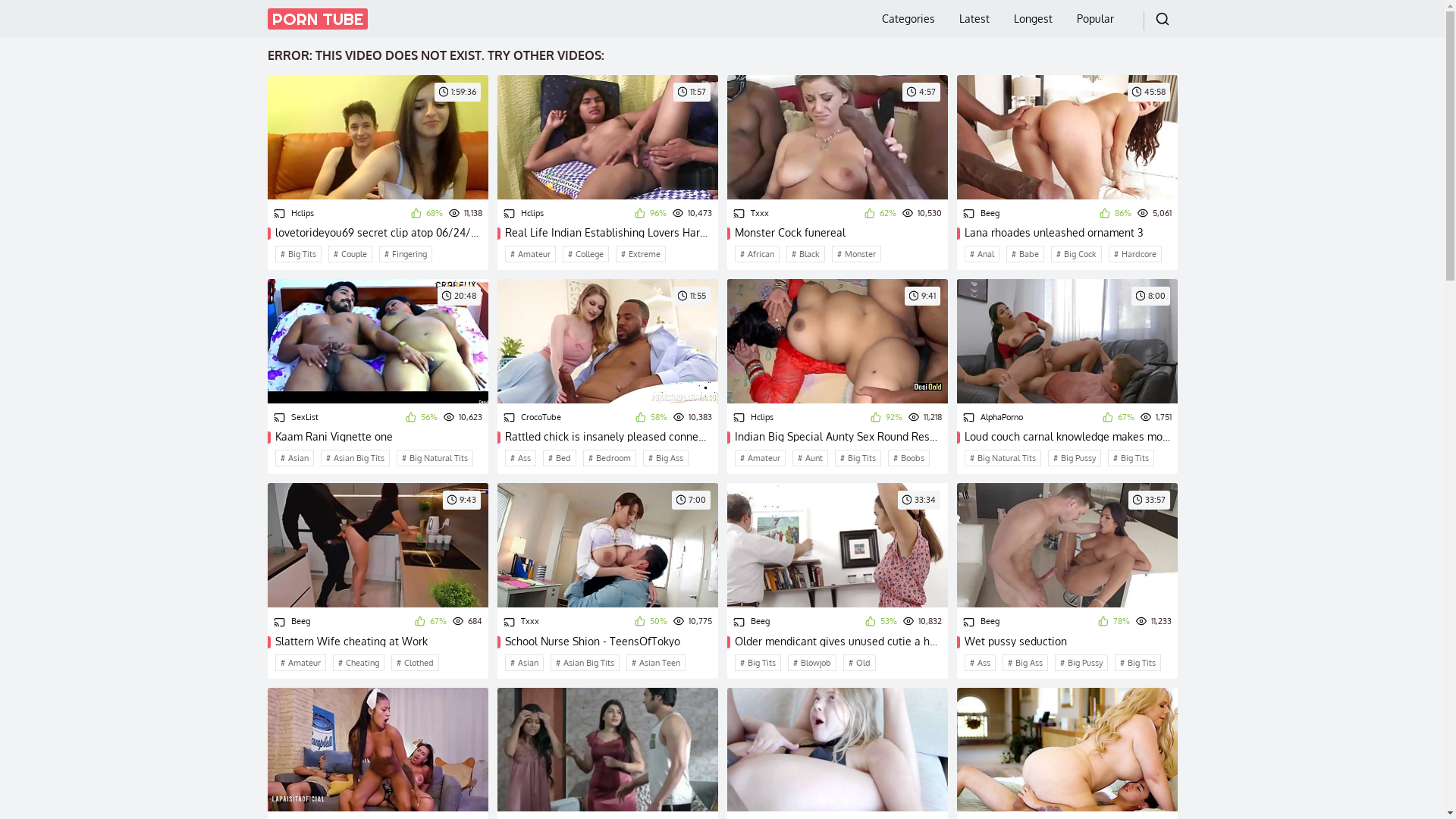  What do you see at coordinates (415, 662) in the screenshot?
I see `'Clothed'` at bounding box center [415, 662].